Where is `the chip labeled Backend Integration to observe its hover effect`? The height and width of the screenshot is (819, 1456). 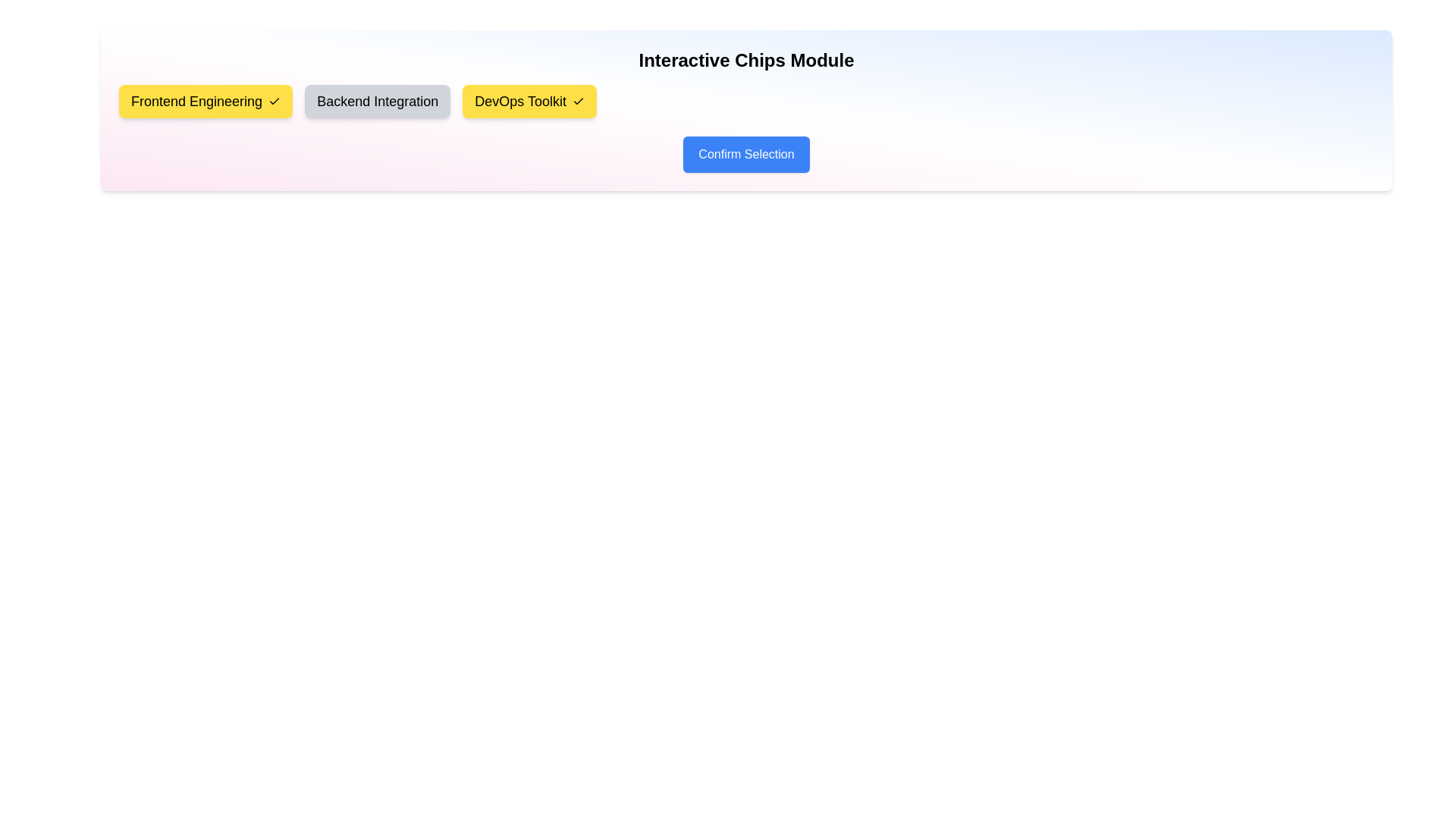 the chip labeled Backend Integration to observe its hover effect is located at coordinates (378, 102).